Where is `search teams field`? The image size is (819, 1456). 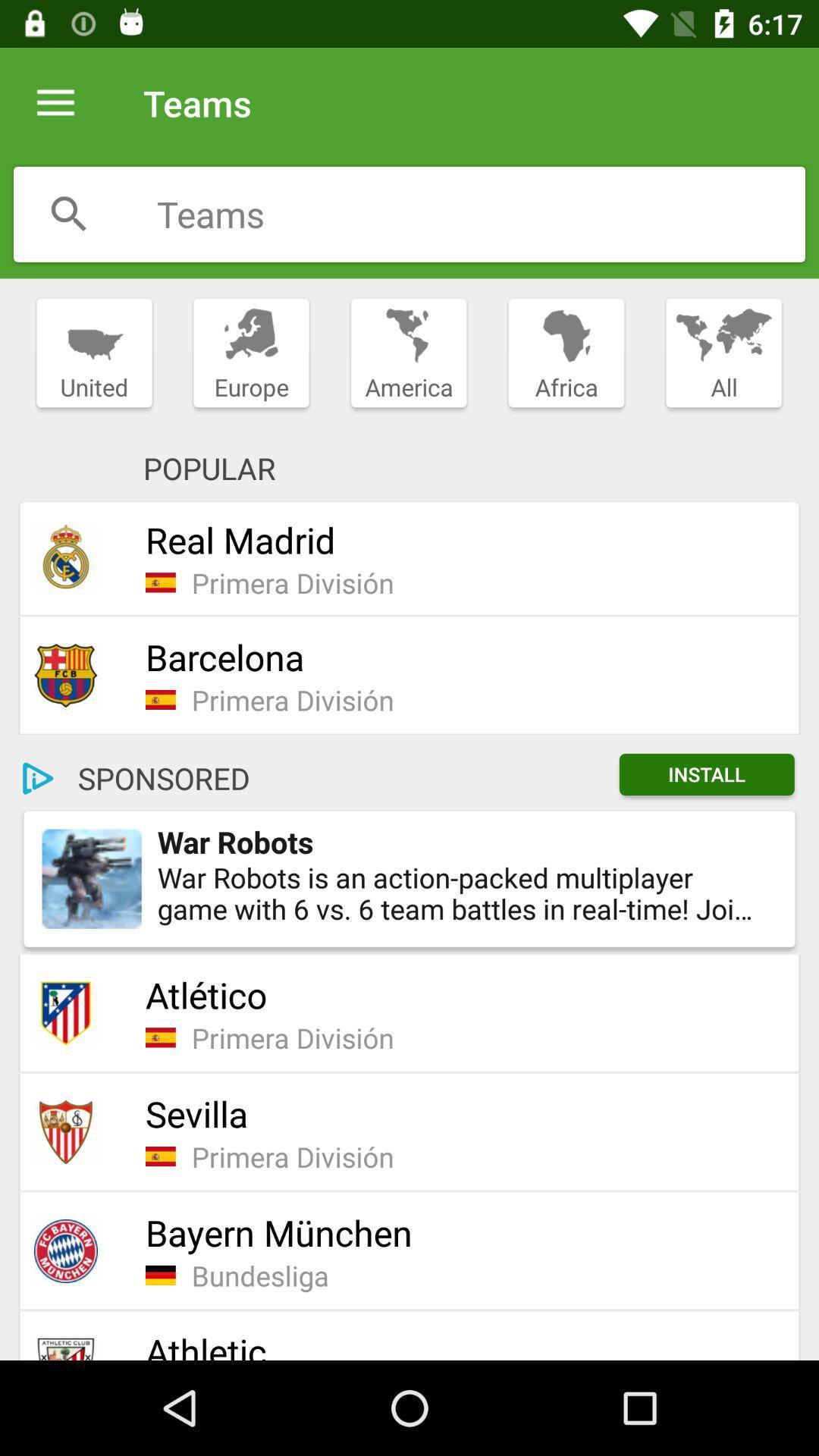 search teams field is located at coordinates (481, 213).